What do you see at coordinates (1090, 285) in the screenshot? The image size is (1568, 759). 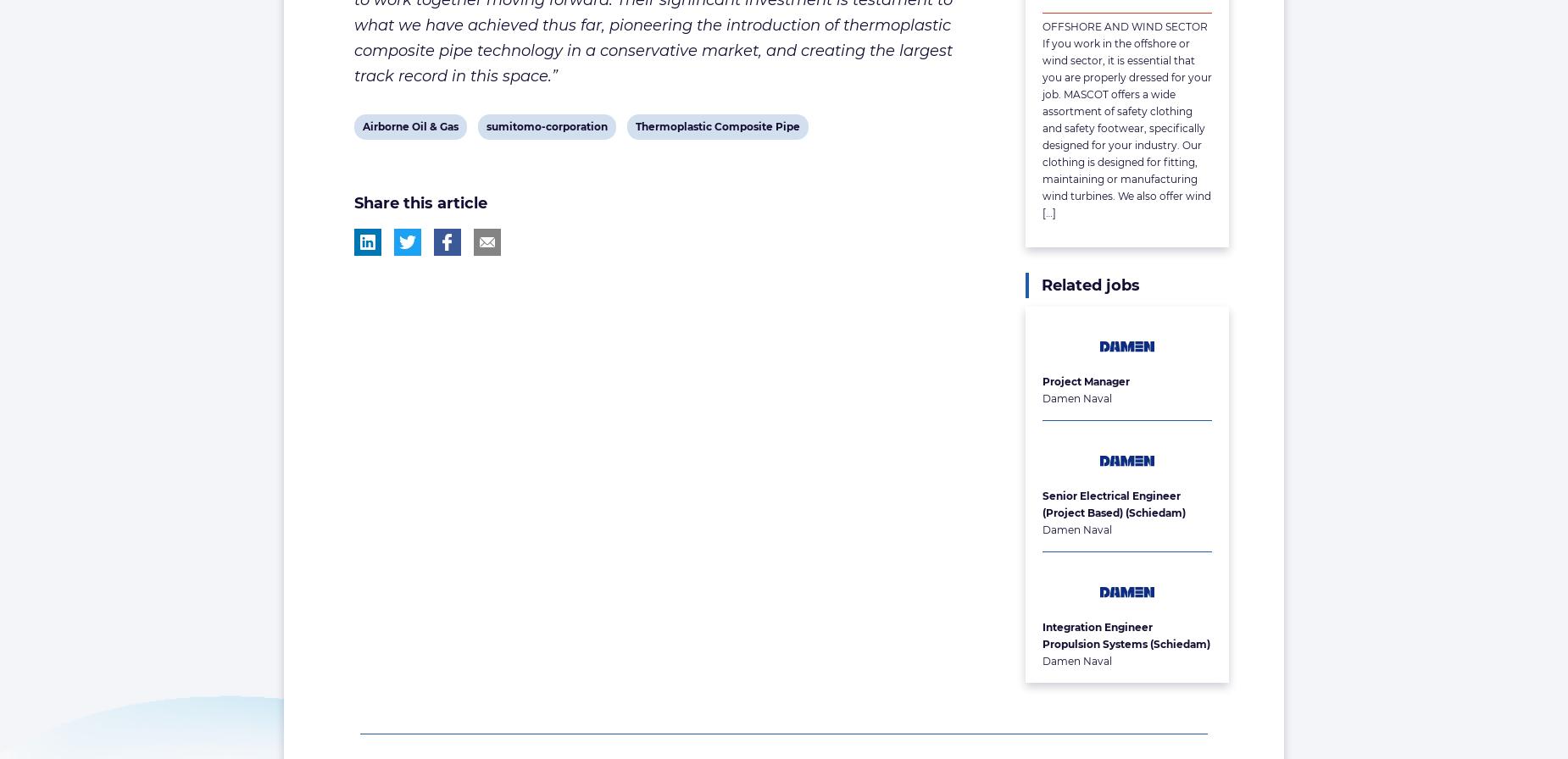 I see `'Related jobs'` at bounding box center [1090, 285].